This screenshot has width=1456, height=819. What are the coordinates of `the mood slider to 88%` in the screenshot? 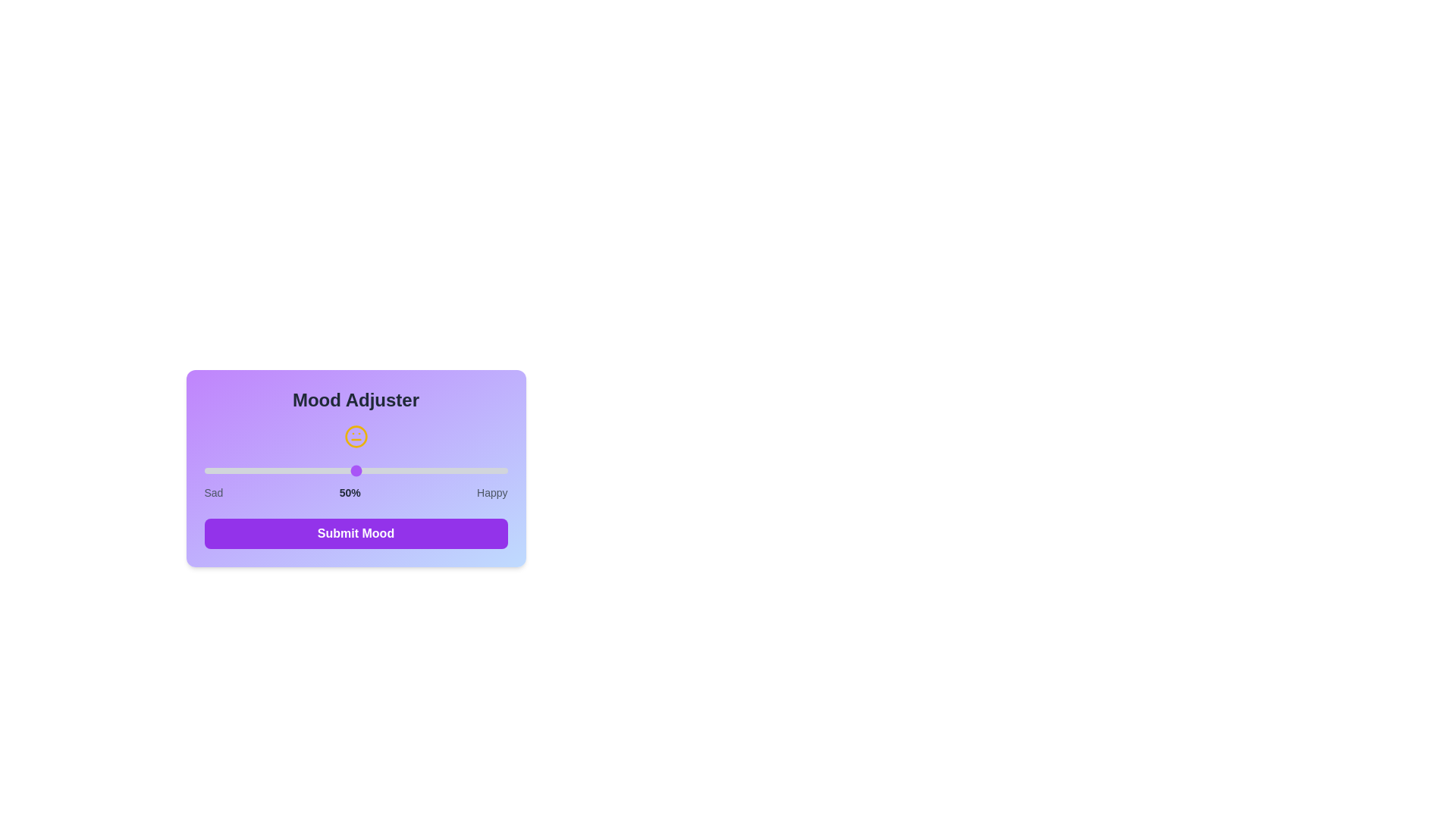 It's located at (470, 470).